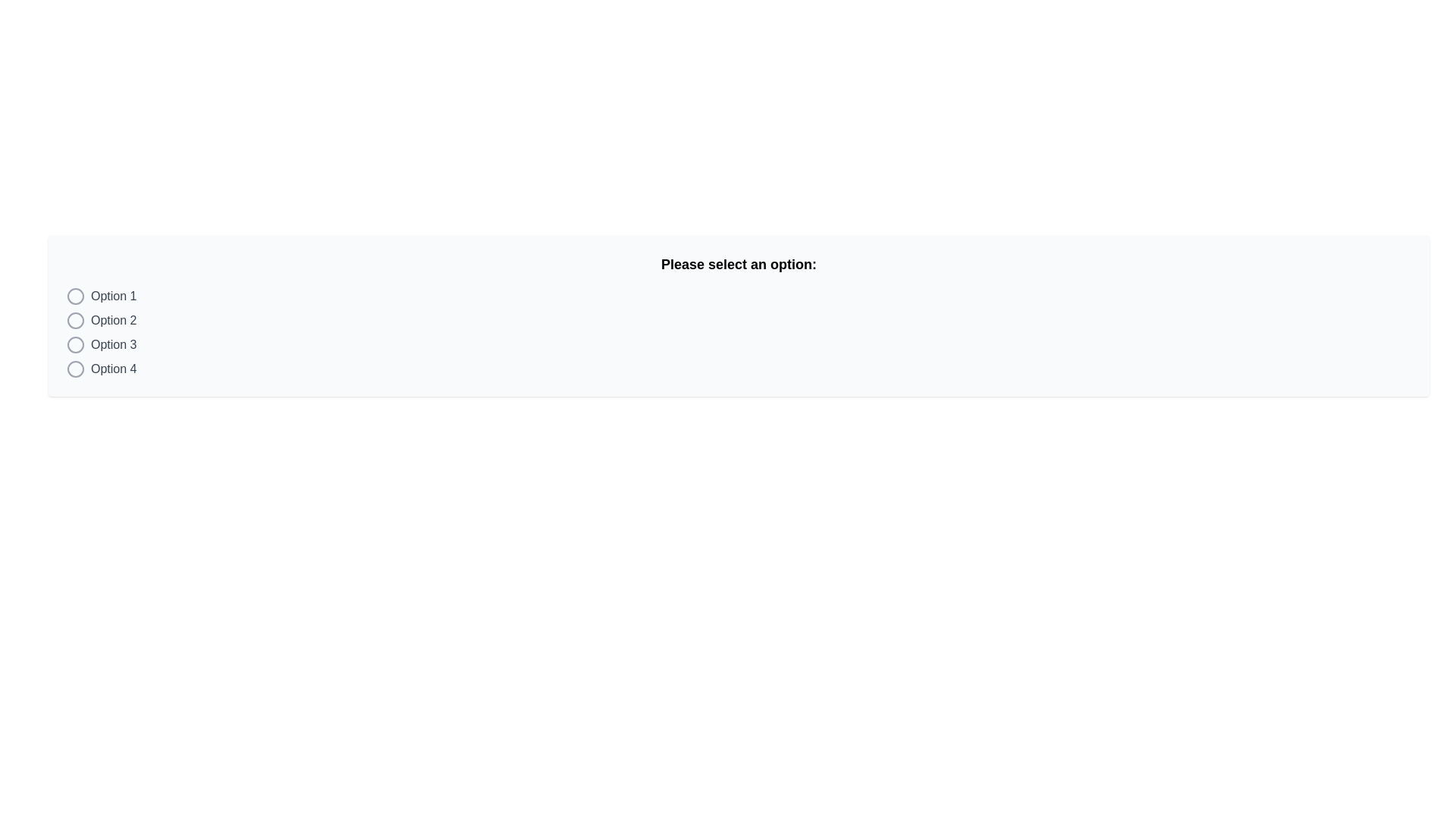  What do you see at coordinates (75, 296) in the screenshot?
I see `the radio button located to the left of the text 'Option 1'` at bounding box center [75, 296].